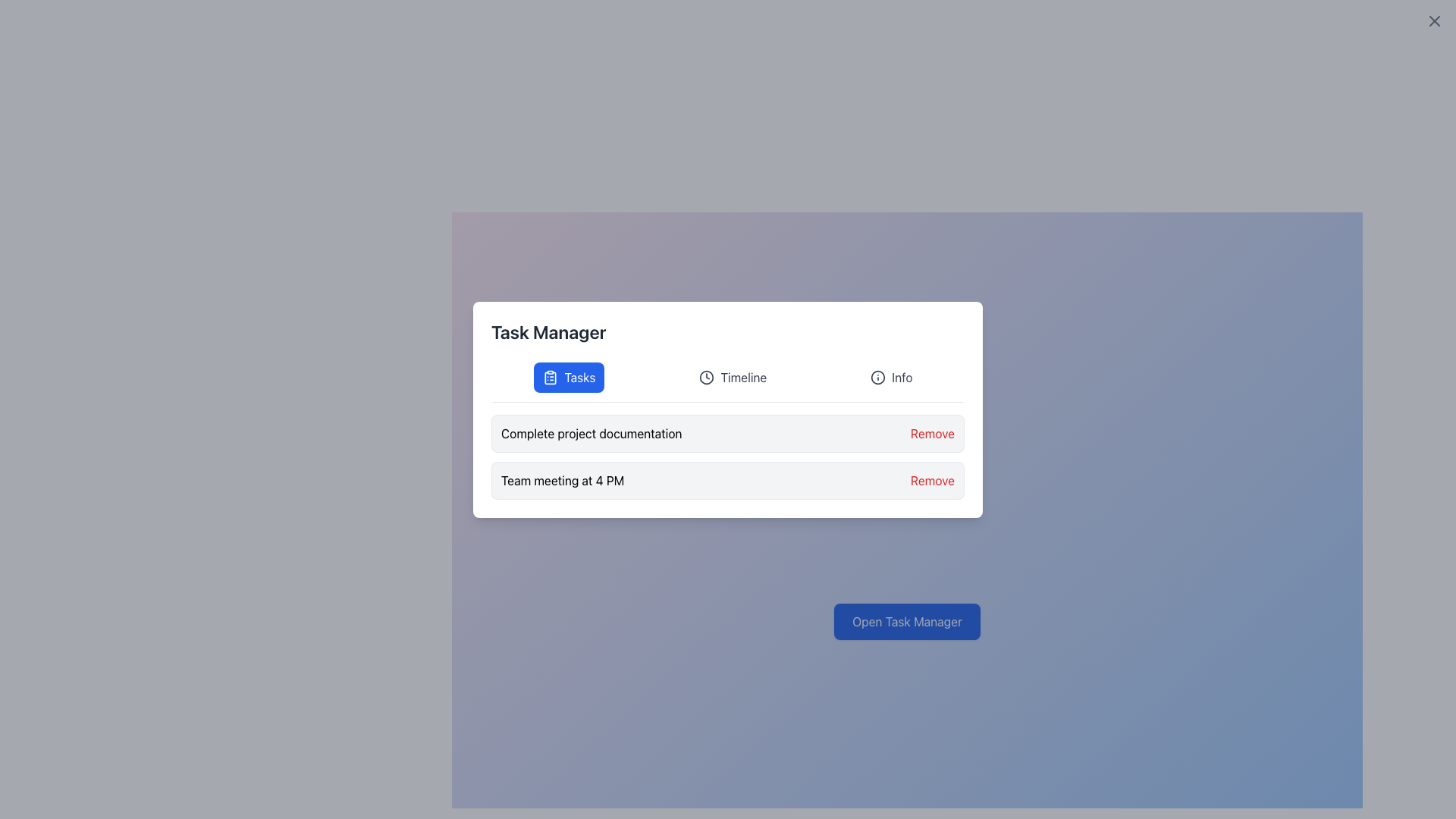 The image size is (1456, 819). What do you see at coordinates (550, 377) in the screenshot?
I see `the clipboard vector icon located at the top left of the 'Task Manager' card, part of the 'Tasks' tab` at bounding box center [550, 377].